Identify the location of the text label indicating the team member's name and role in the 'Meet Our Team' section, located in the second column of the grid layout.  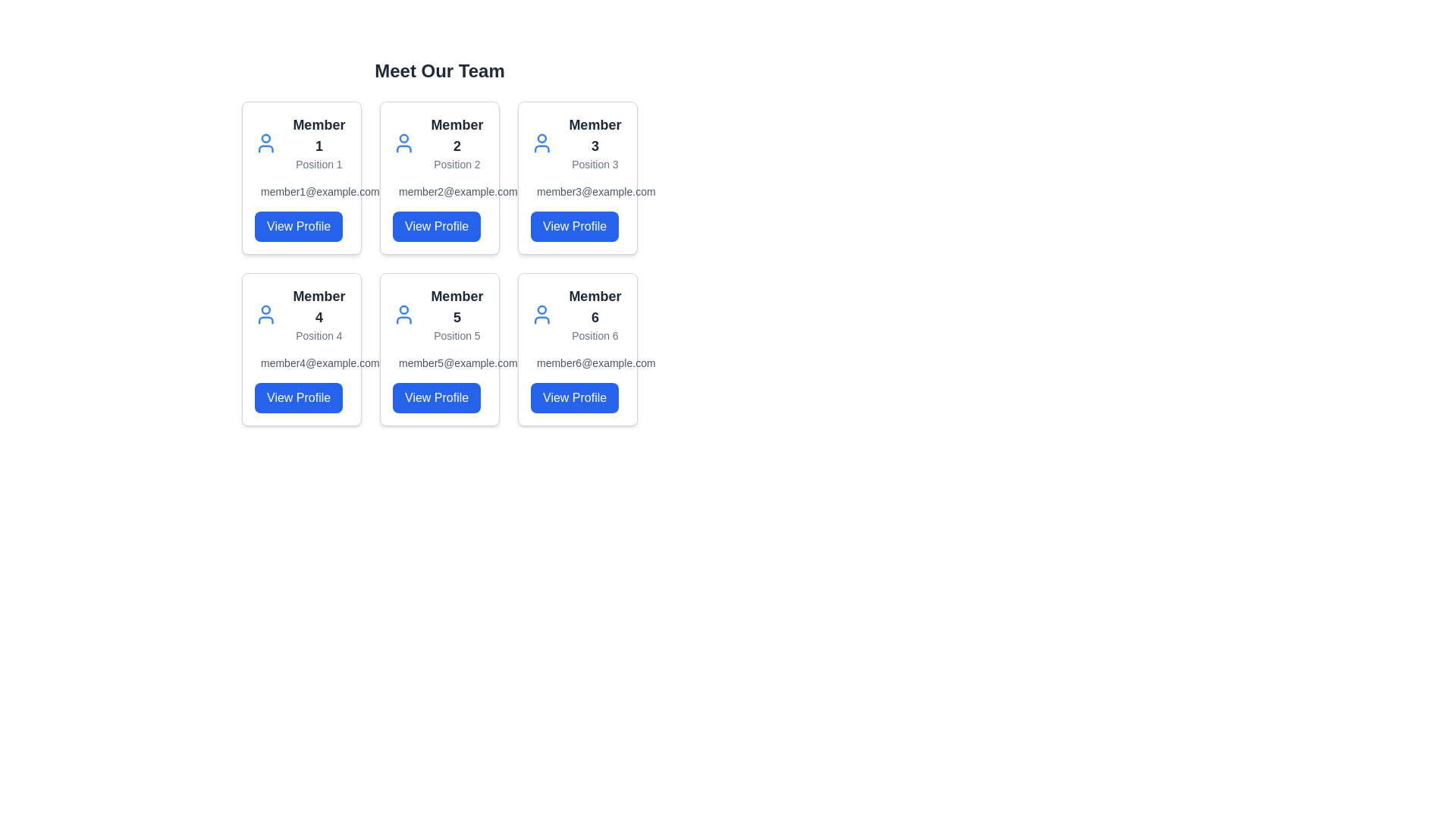
(456, 143).